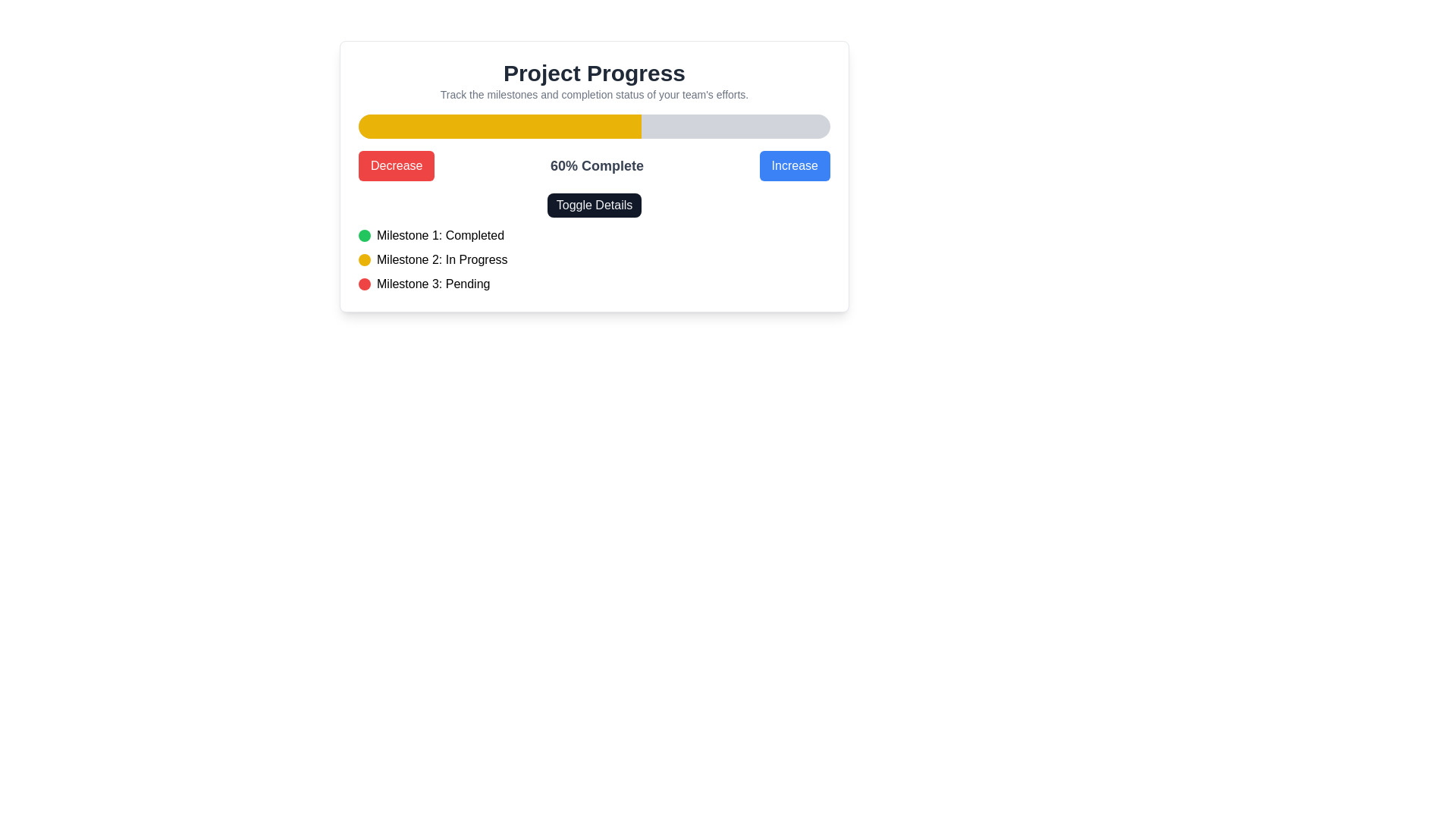 This screenshot has height=819, width=1456. I want to click on the 'Toggle Details' button, which is a rectangular button with rounded corners, black background, and white text, located under the '60% Complete' progress bar, so click(593, 205).